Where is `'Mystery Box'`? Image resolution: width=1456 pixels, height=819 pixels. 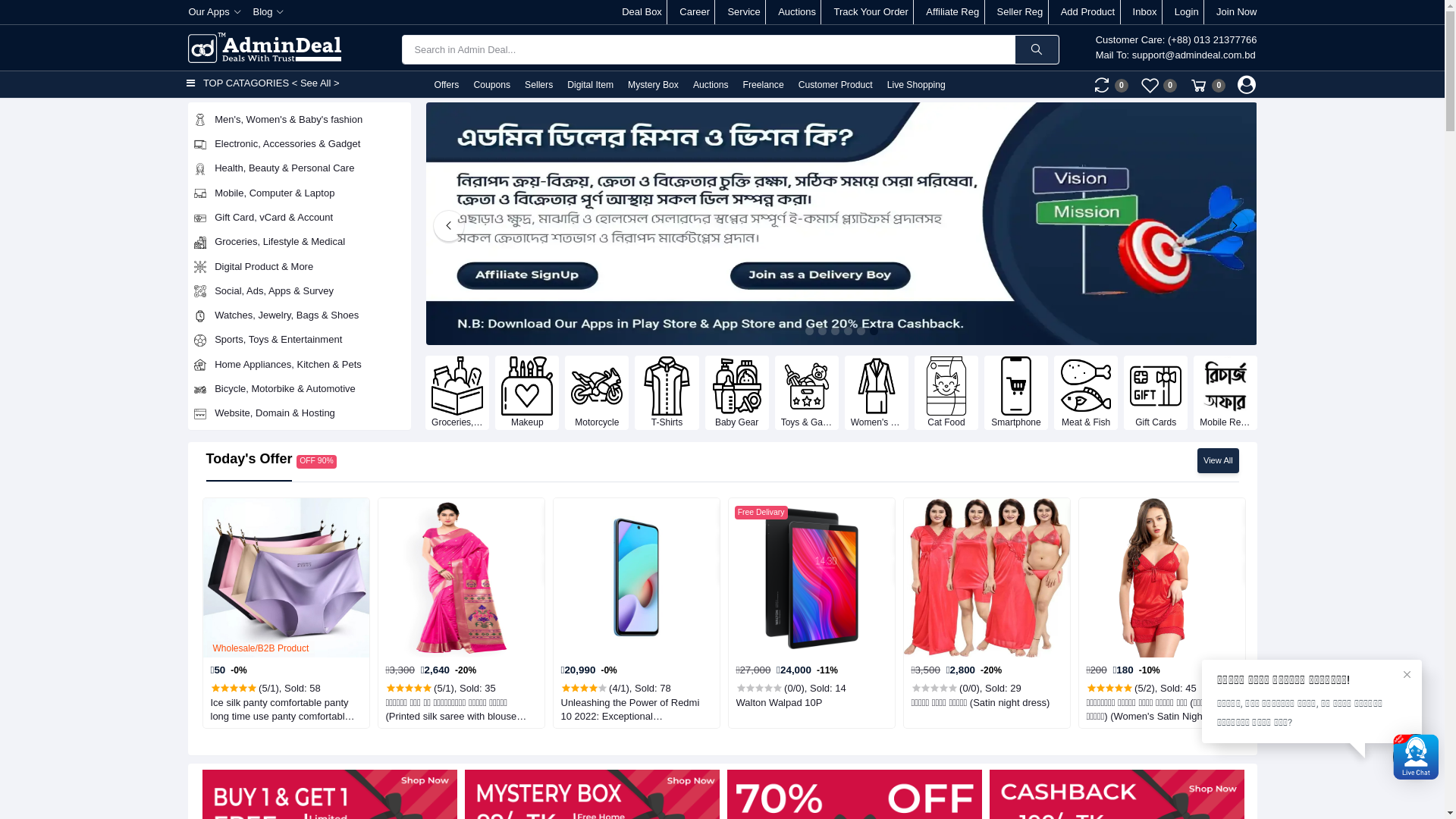
'Mystery Box' is located at coordinates (652, 84).